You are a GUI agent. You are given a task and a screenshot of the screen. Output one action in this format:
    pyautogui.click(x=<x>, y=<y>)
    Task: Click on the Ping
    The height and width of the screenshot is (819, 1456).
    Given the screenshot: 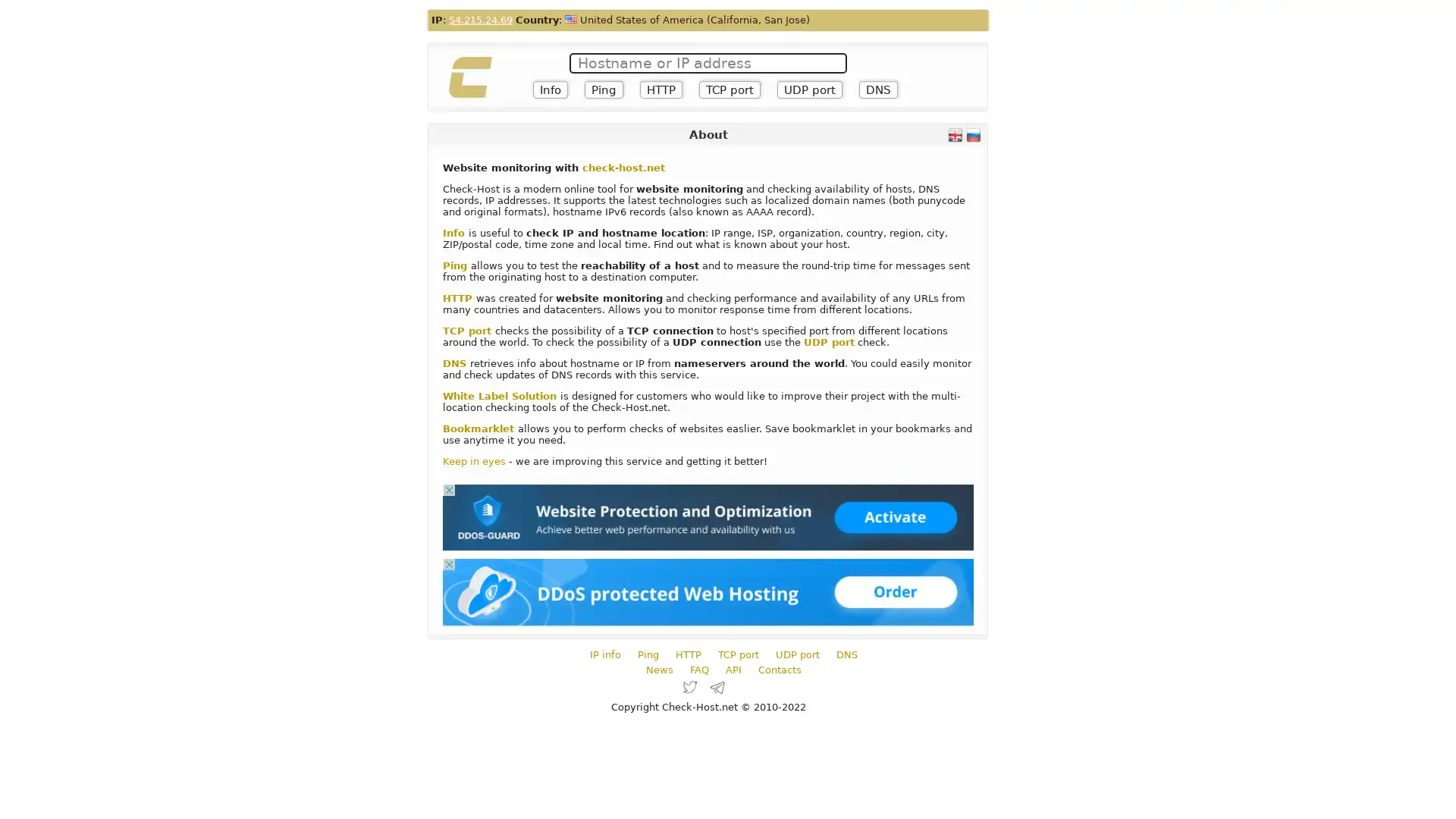 What is the action you would take?
    pyautogui.click(x=602, y=89)
    